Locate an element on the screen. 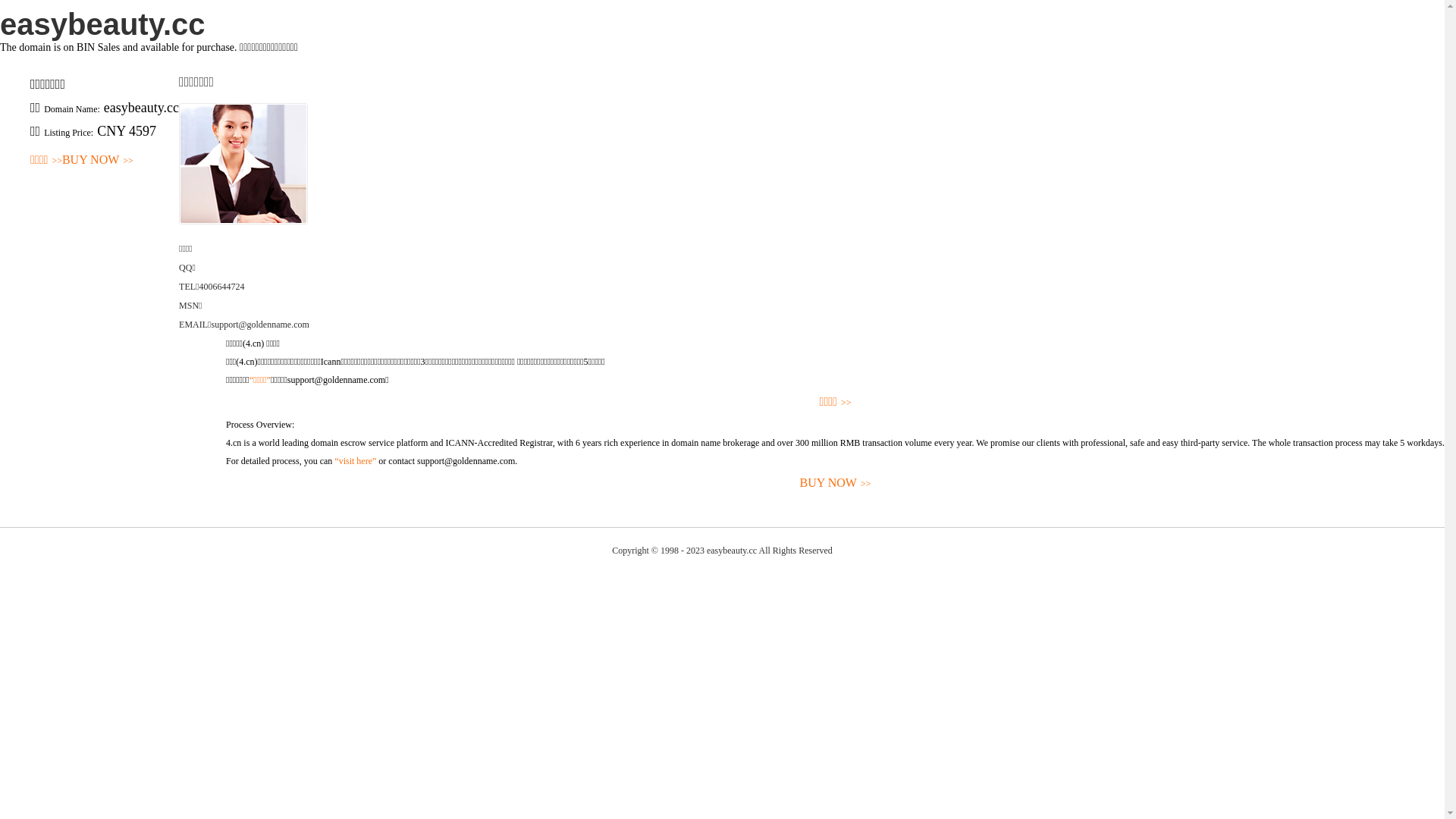 Image resolution: width=1456 pixels, height=819 pixels. 'BUY NOW>>' is located at coordinates (224, 483).